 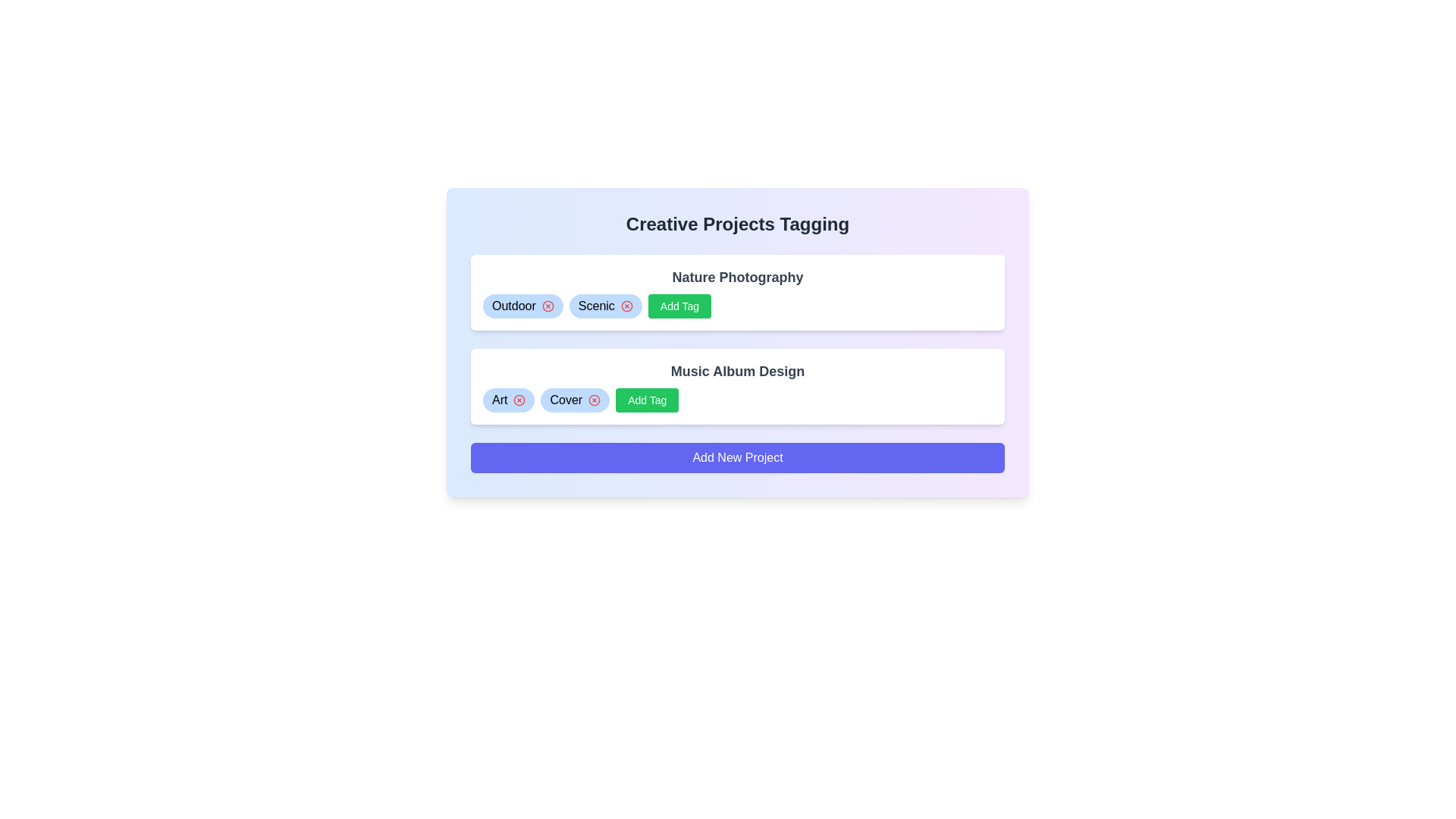 I want to click on the remove icon located at the far-right side of the 'Cover' label within a blue rounded rectangle in the second row of tagged items under 'Music Album Design', so click(x=594, y=400).